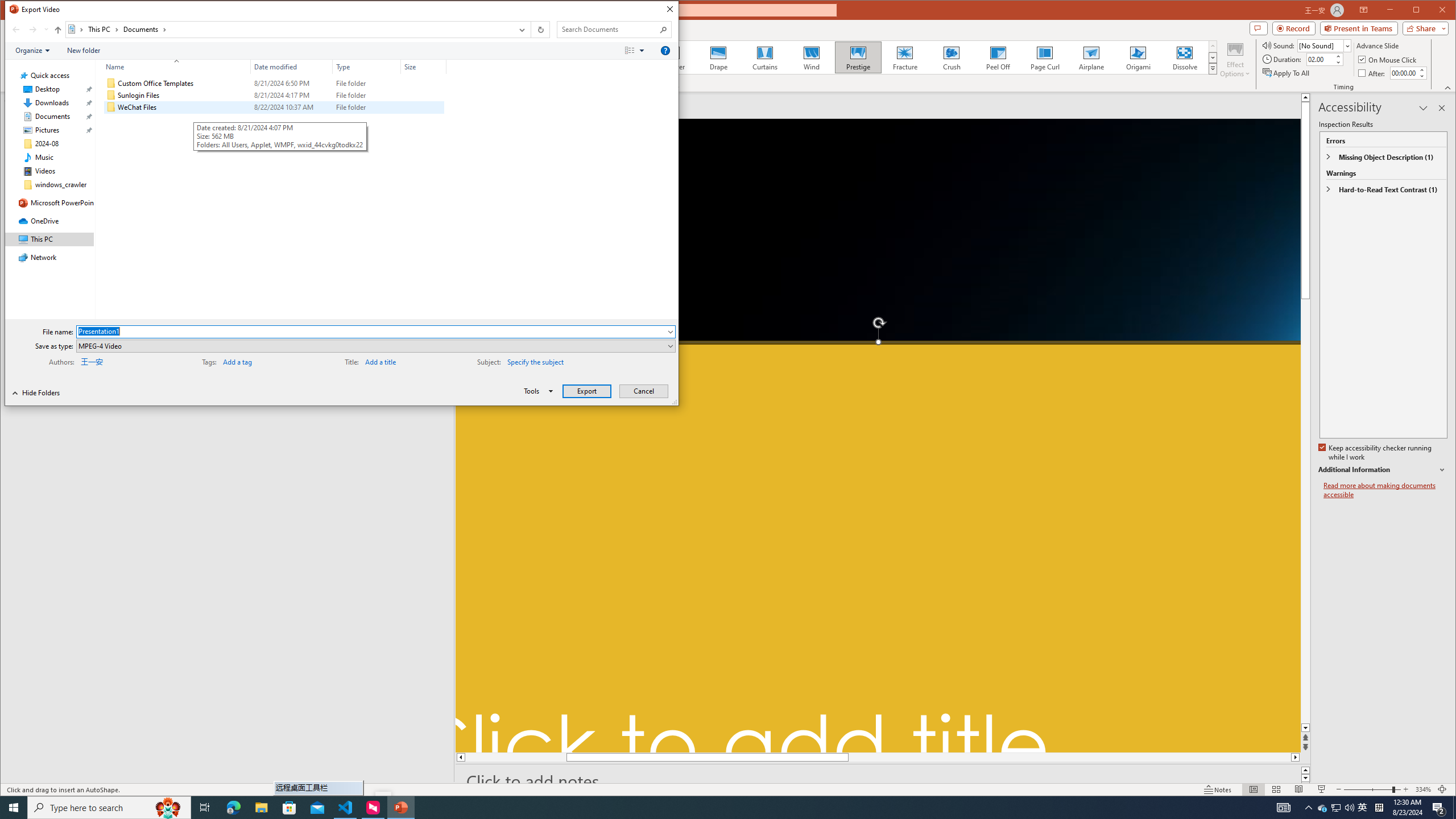 This screenshot has height=819, width=1456. I want to click on 'Peel Off', so click(999, 57).